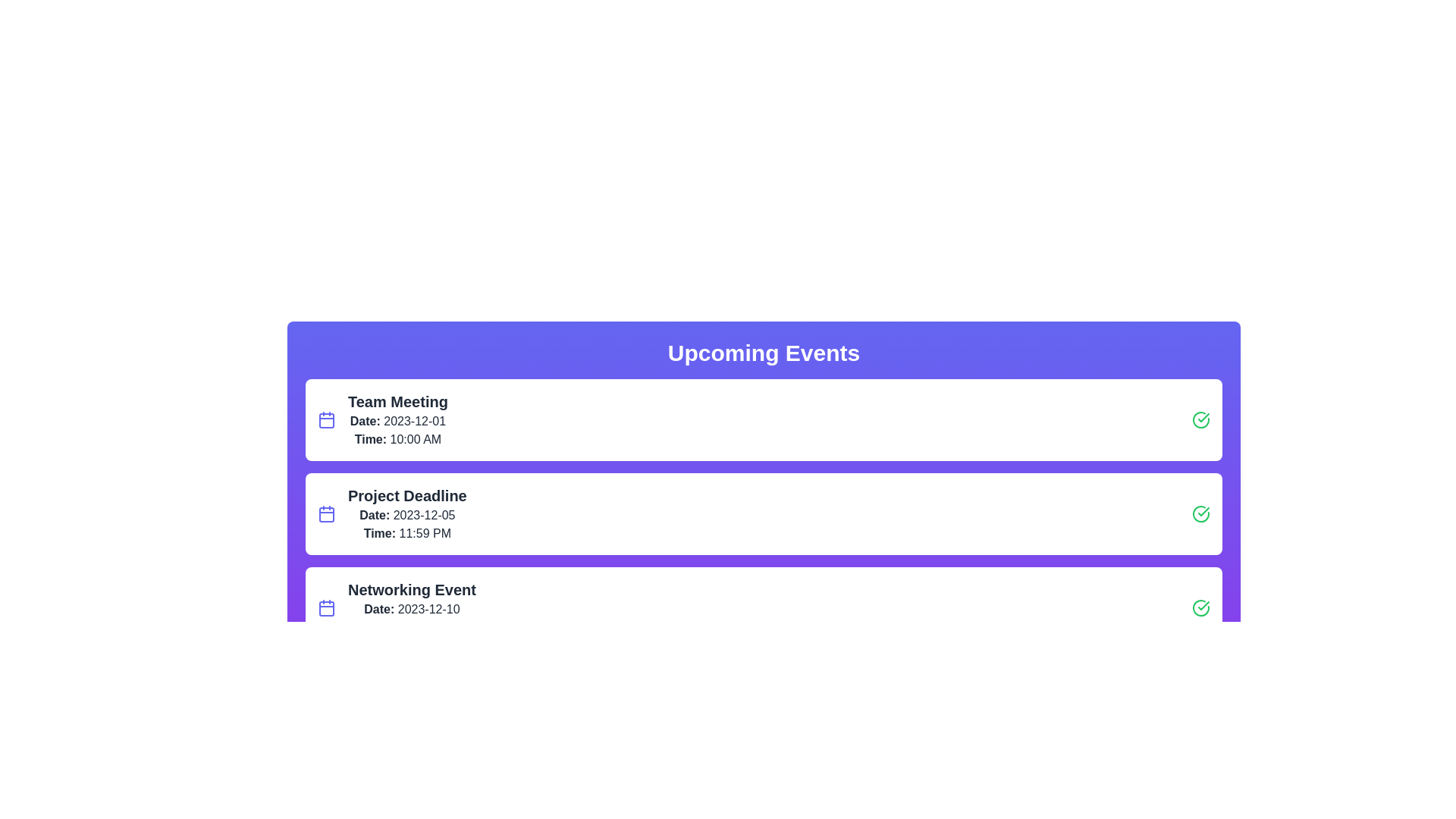  What do you see at coordinates (379, 608) in the screenshot?
I see `the text label indicating the date for the event, located to the left of '2023-12-10' in the Upcoming Events list` at bounding box center [379, 608].